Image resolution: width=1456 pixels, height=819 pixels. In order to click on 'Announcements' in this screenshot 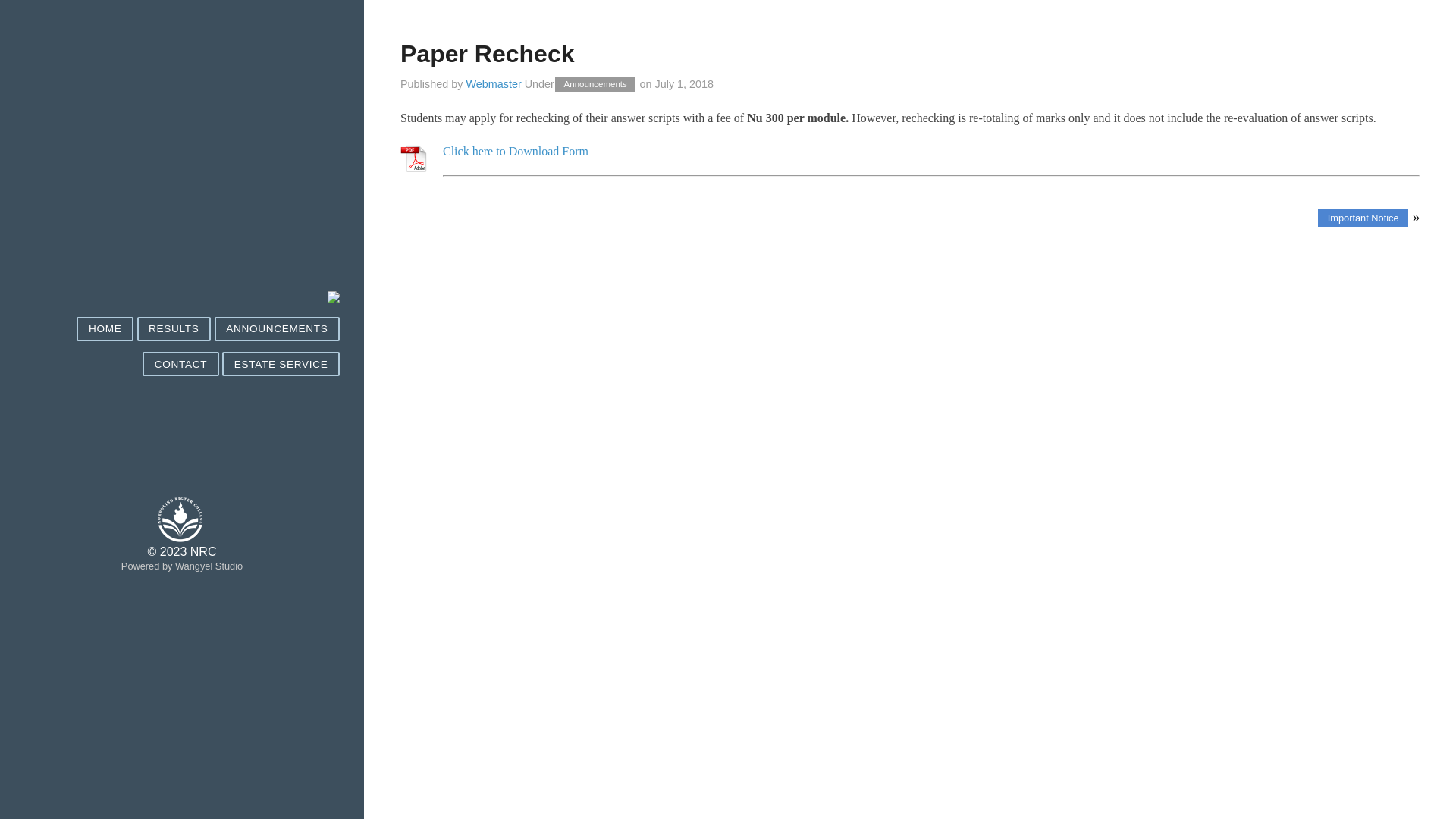, I will do `click(595, 84)`.